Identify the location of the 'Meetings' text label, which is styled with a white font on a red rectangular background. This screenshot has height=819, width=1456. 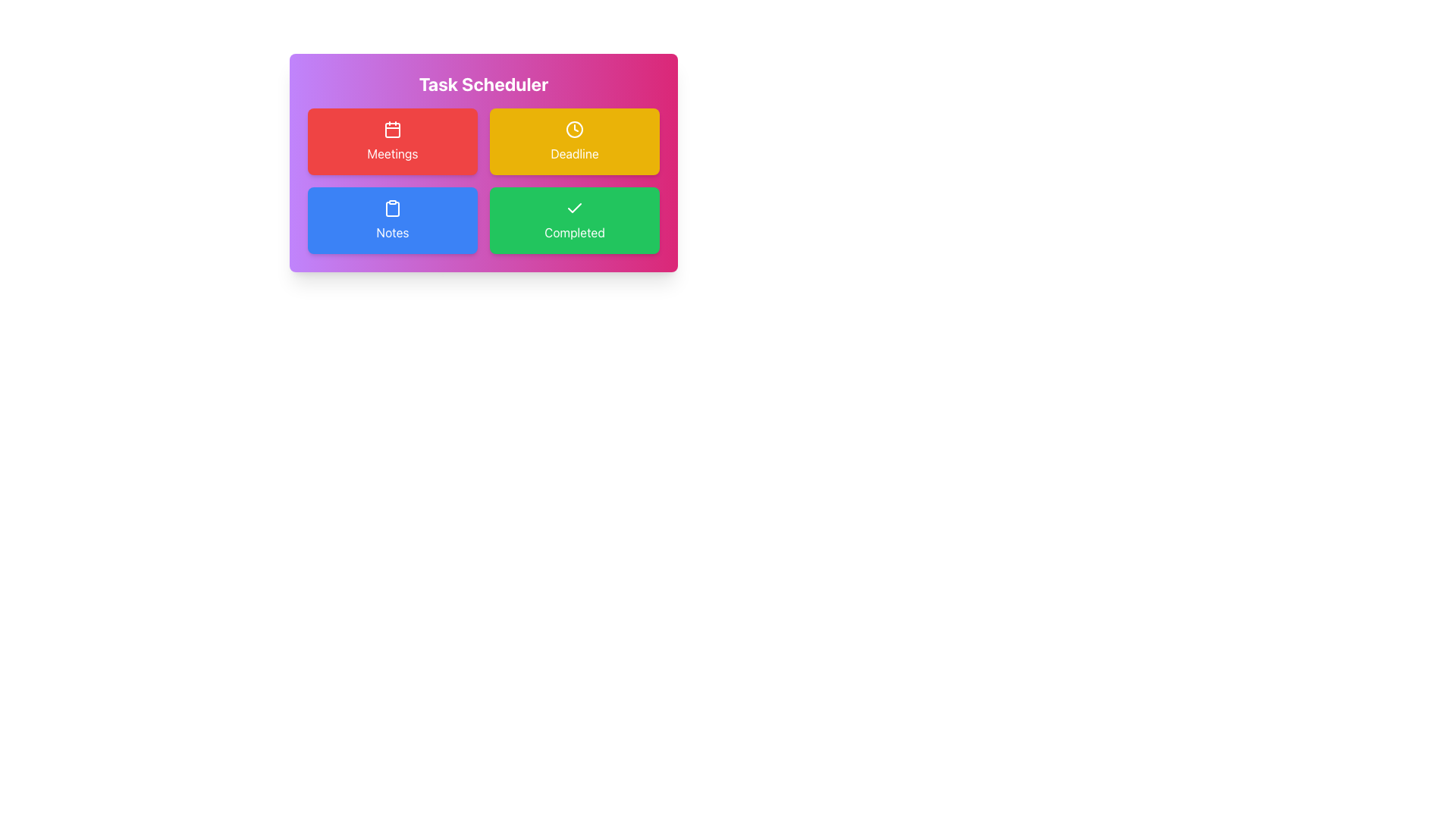
(393, 154).